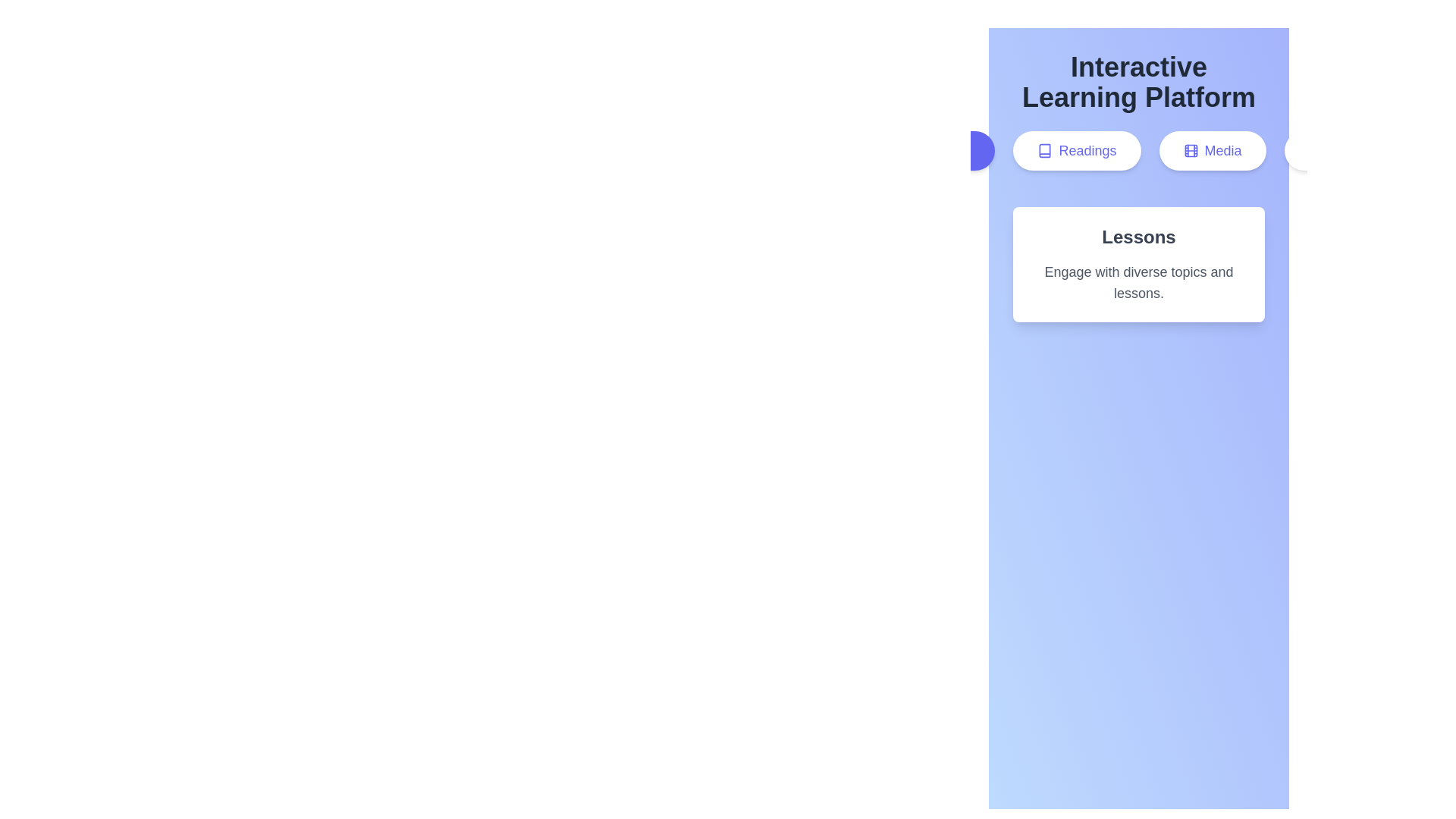  Describe the element at coordinates (1076, 151) in the screenshot. I see `the tab button labeled Readings to switch to that tab` at that location.